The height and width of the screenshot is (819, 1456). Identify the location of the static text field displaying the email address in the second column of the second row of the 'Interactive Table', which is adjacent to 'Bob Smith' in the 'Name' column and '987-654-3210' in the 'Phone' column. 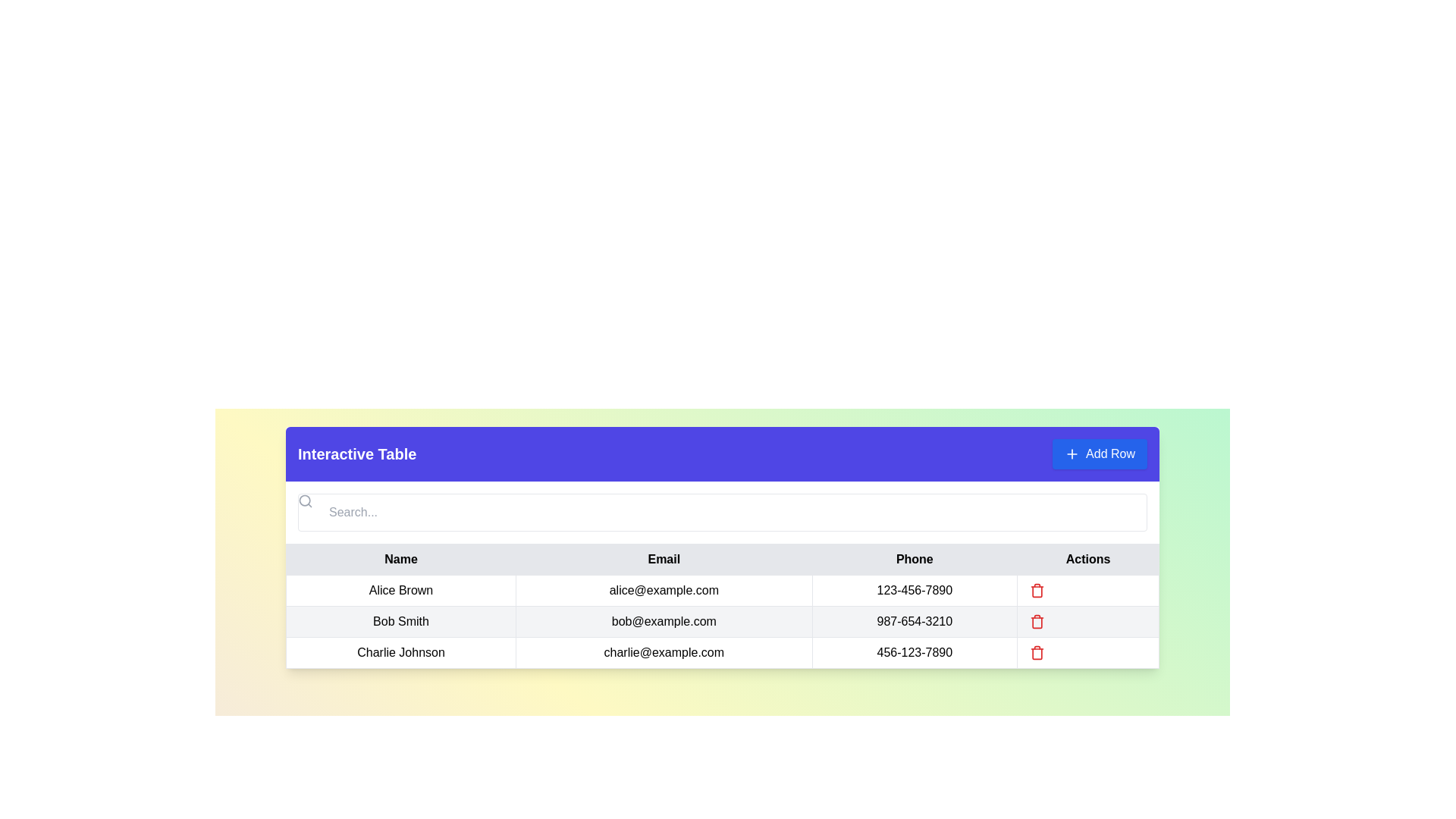
(664, 622).